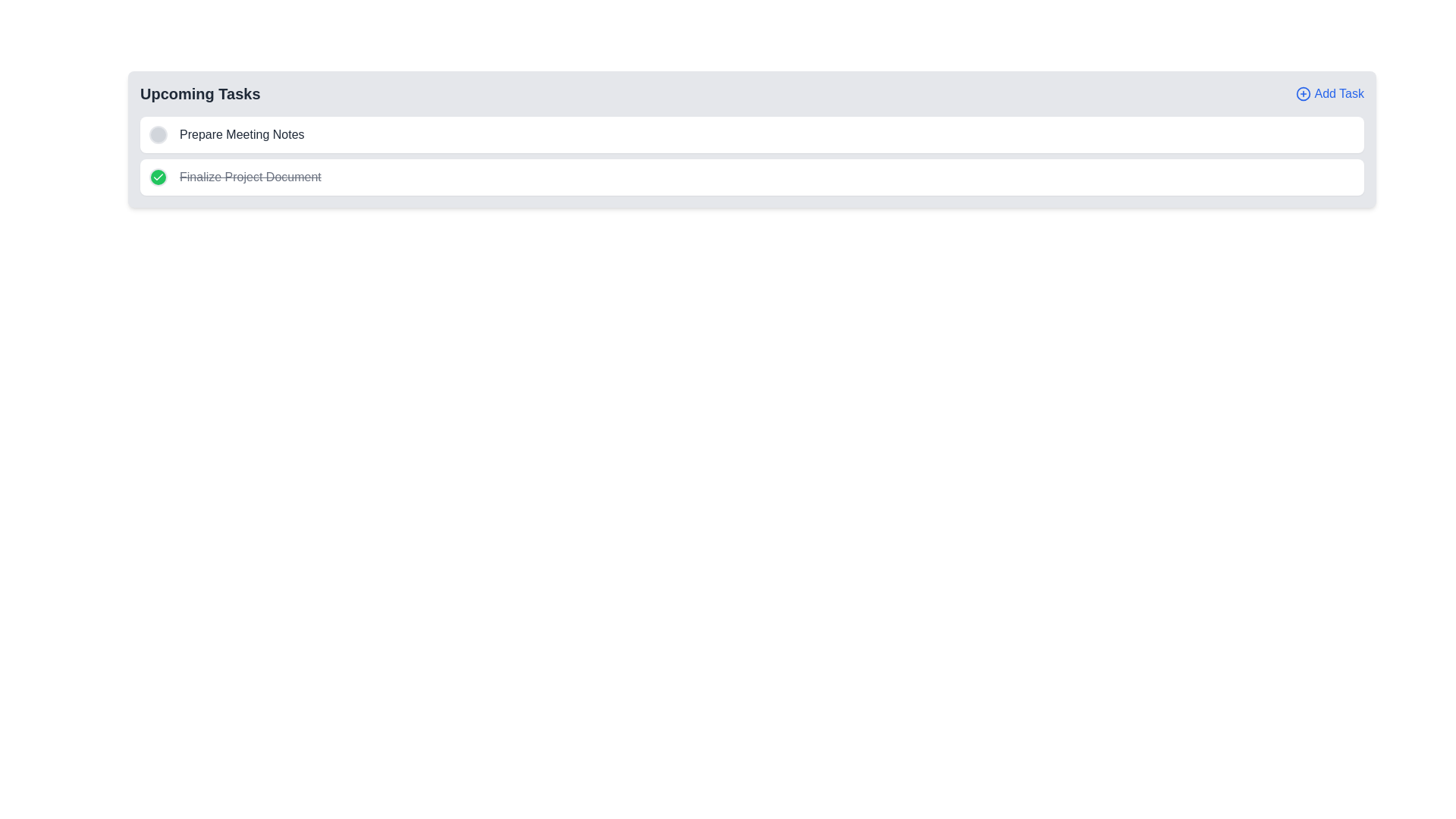 The height and width of the screenshot is (819, 1456). What do you see at coordinates (1329, 93) in the screenshot?
I see `'Add Task' button to initiate adding a new task` at bounding box center [1329, 93].